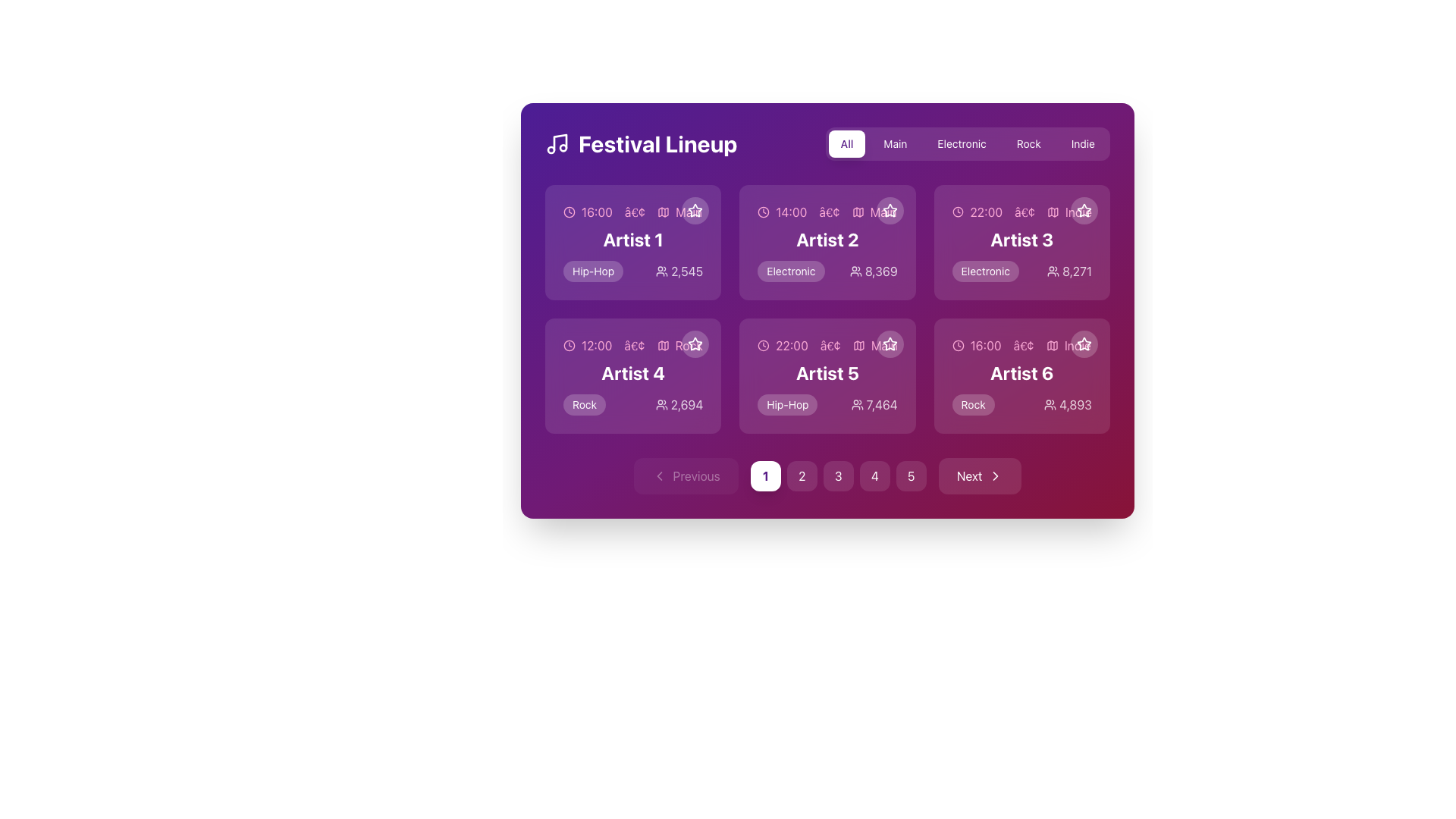 The image size is (1456, 819). What do you see at coordinates (568, 212) in the screenshot?
I see `the circular boundary within the clock icon located near the top left of the card` at bounding box center [568, 212].